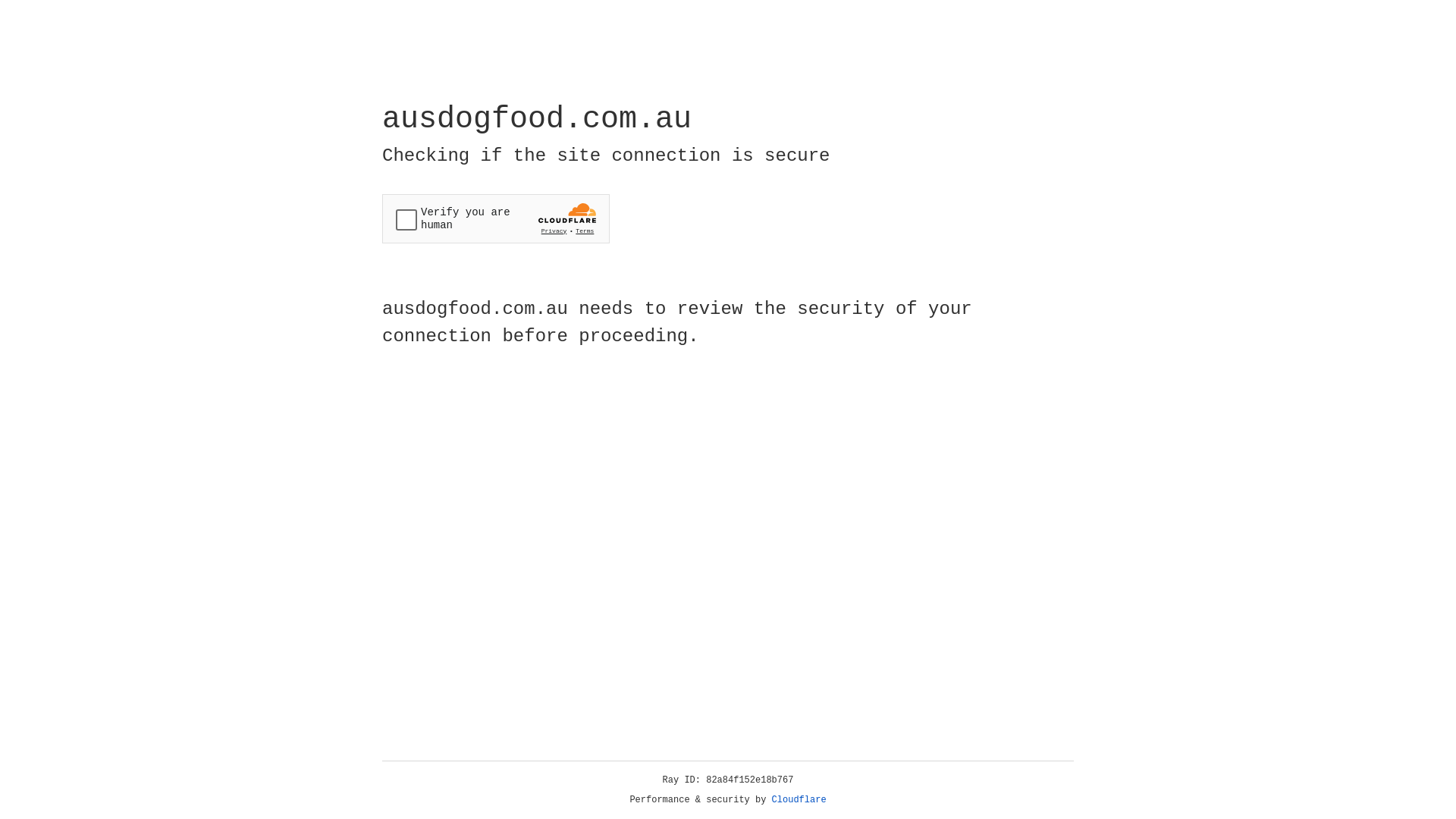  What do you see at coordinates (799, 799) in the screenshot?
I see `'Cloudflare'` at bounding box center [799, 799].